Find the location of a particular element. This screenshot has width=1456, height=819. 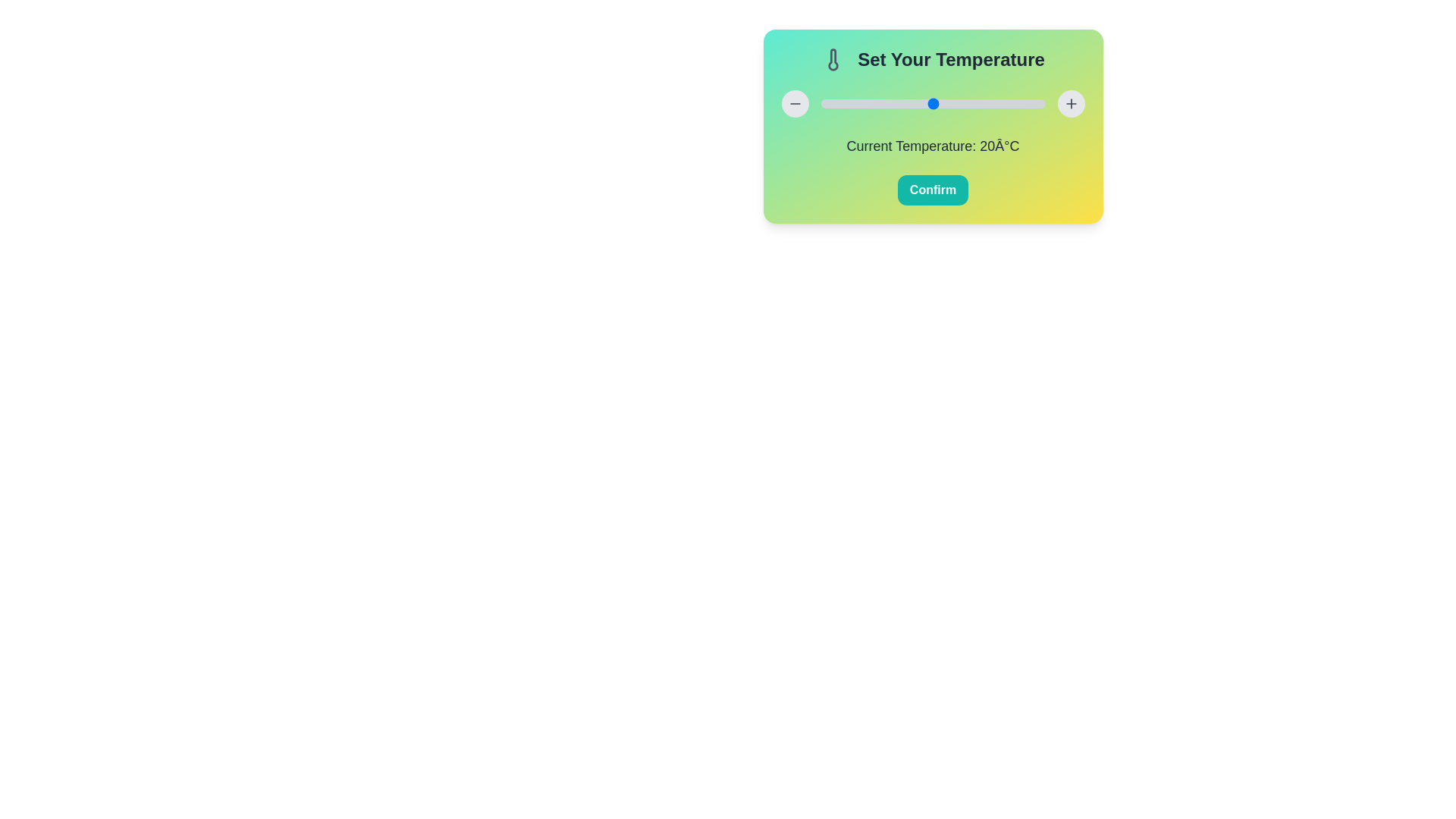

the temperature slider to set the temperature to 20°C is located at coordinates (932, 103).